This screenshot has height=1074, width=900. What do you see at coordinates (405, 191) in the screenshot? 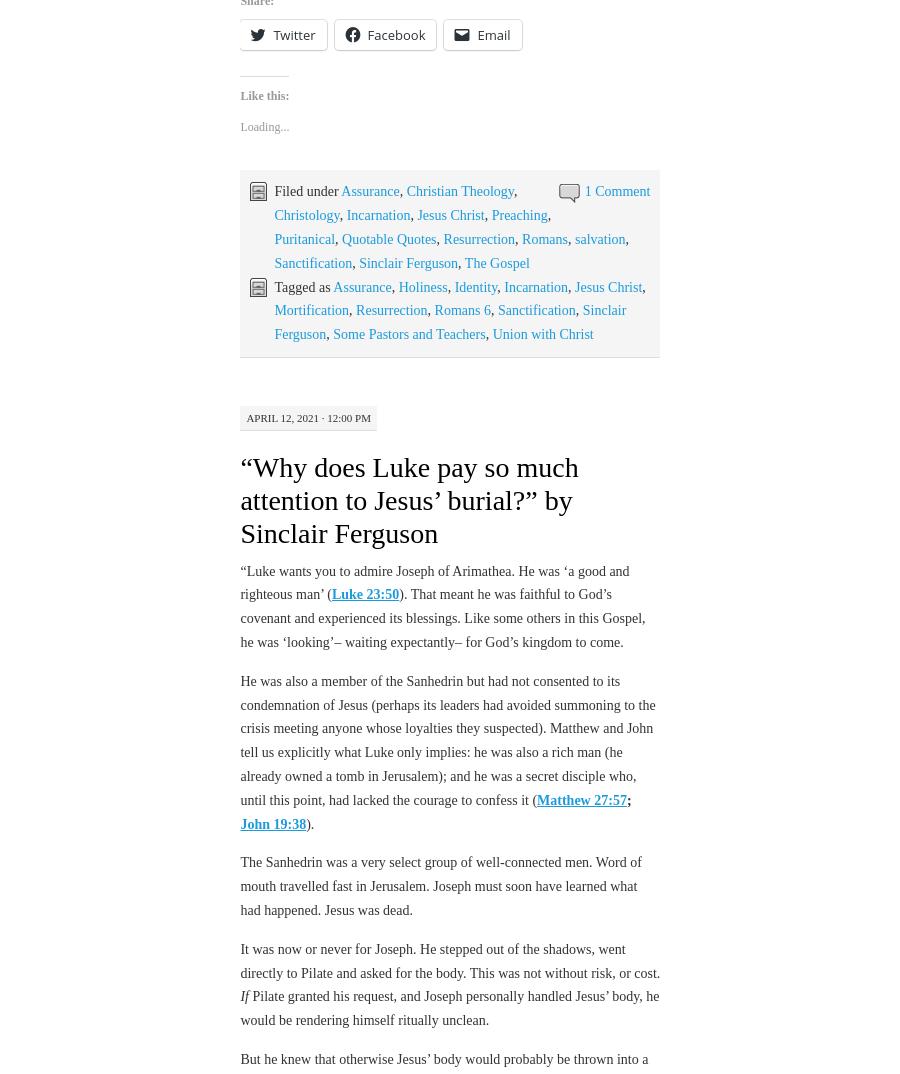
I see `'Christian Theology'` at bounding box center [405, 191].